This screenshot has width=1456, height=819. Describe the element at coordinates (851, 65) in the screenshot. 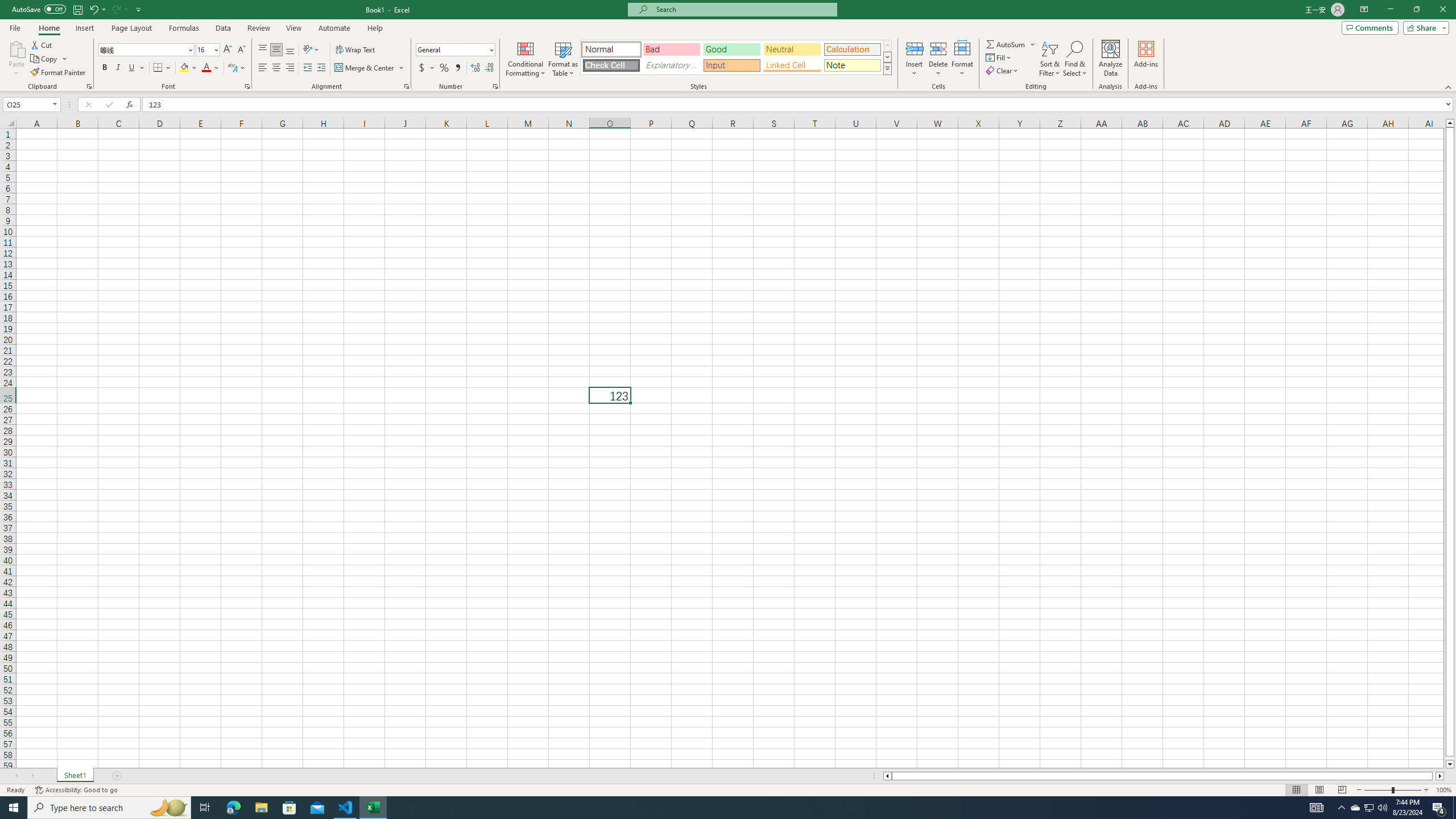

I see `'Note'` at that location.